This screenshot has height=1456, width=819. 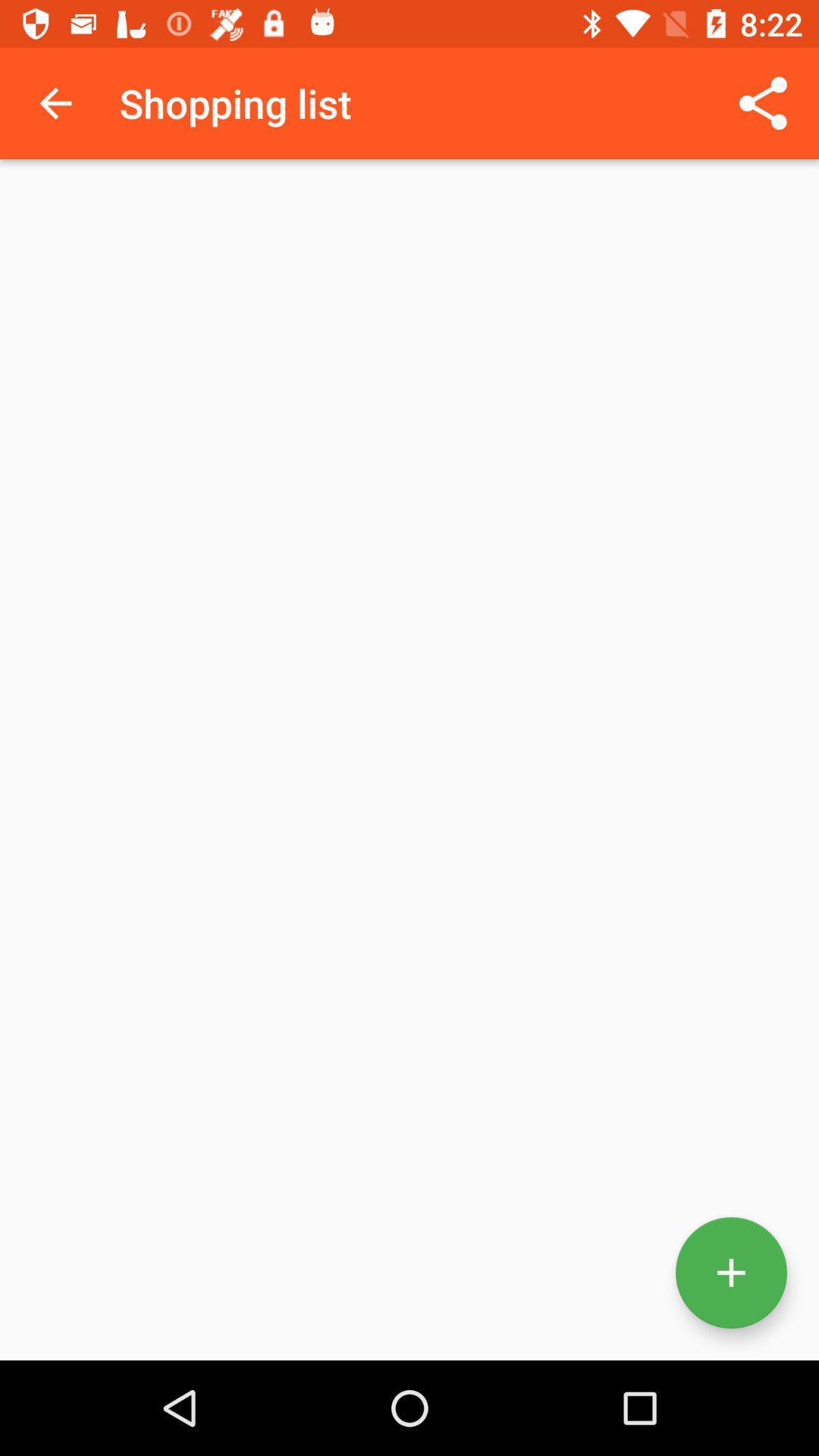 What do you see at coordinates (763, 102) in the screenshot?
I see `item to the right of the shopping list item` at bounding box center [763, 102].